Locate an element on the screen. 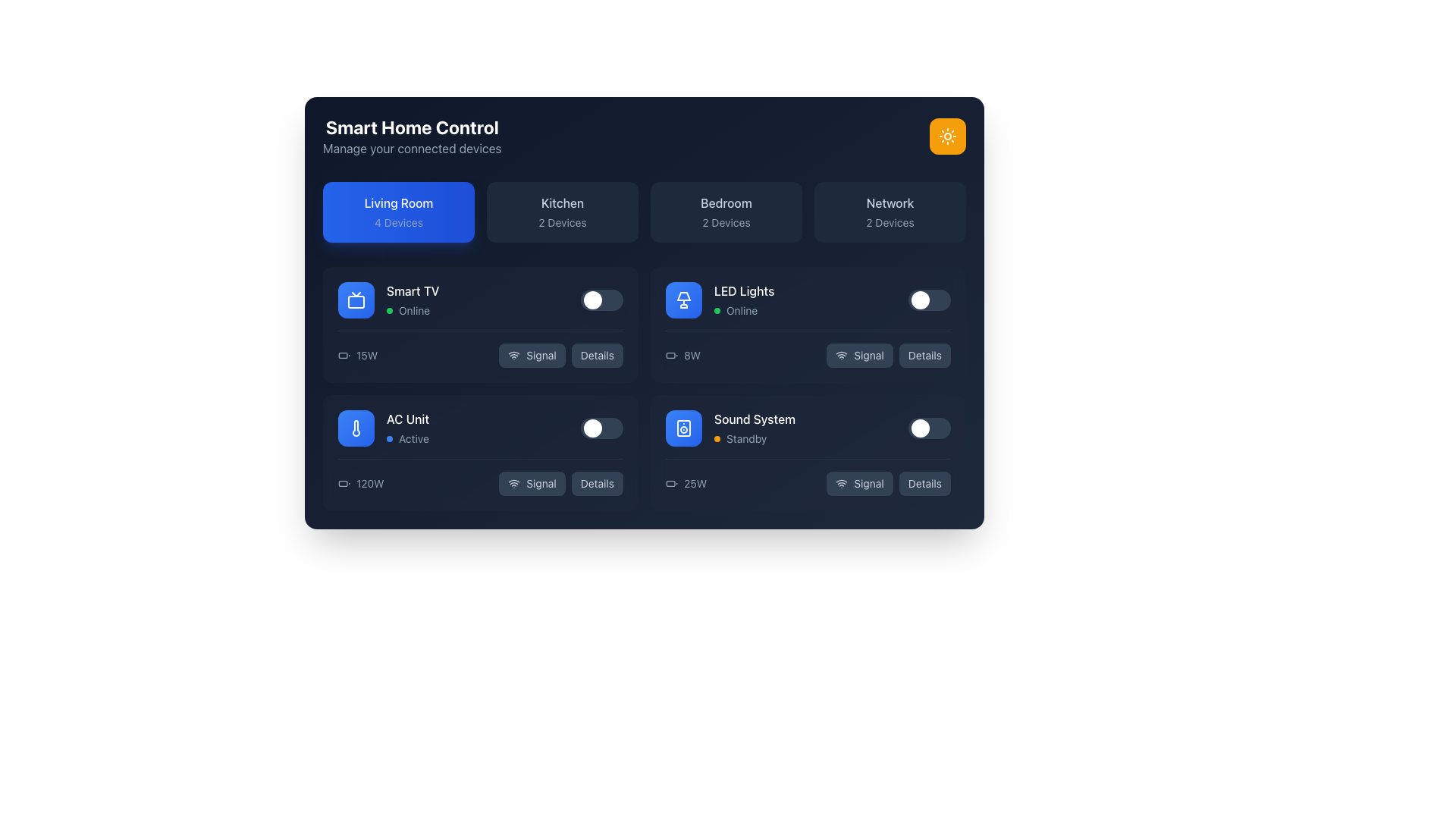 This screenshot has width=1456, height=819. the Device status tile for the 'Sound System' located in the living room section of the smart home control interface is located at coordinates (730, 428).